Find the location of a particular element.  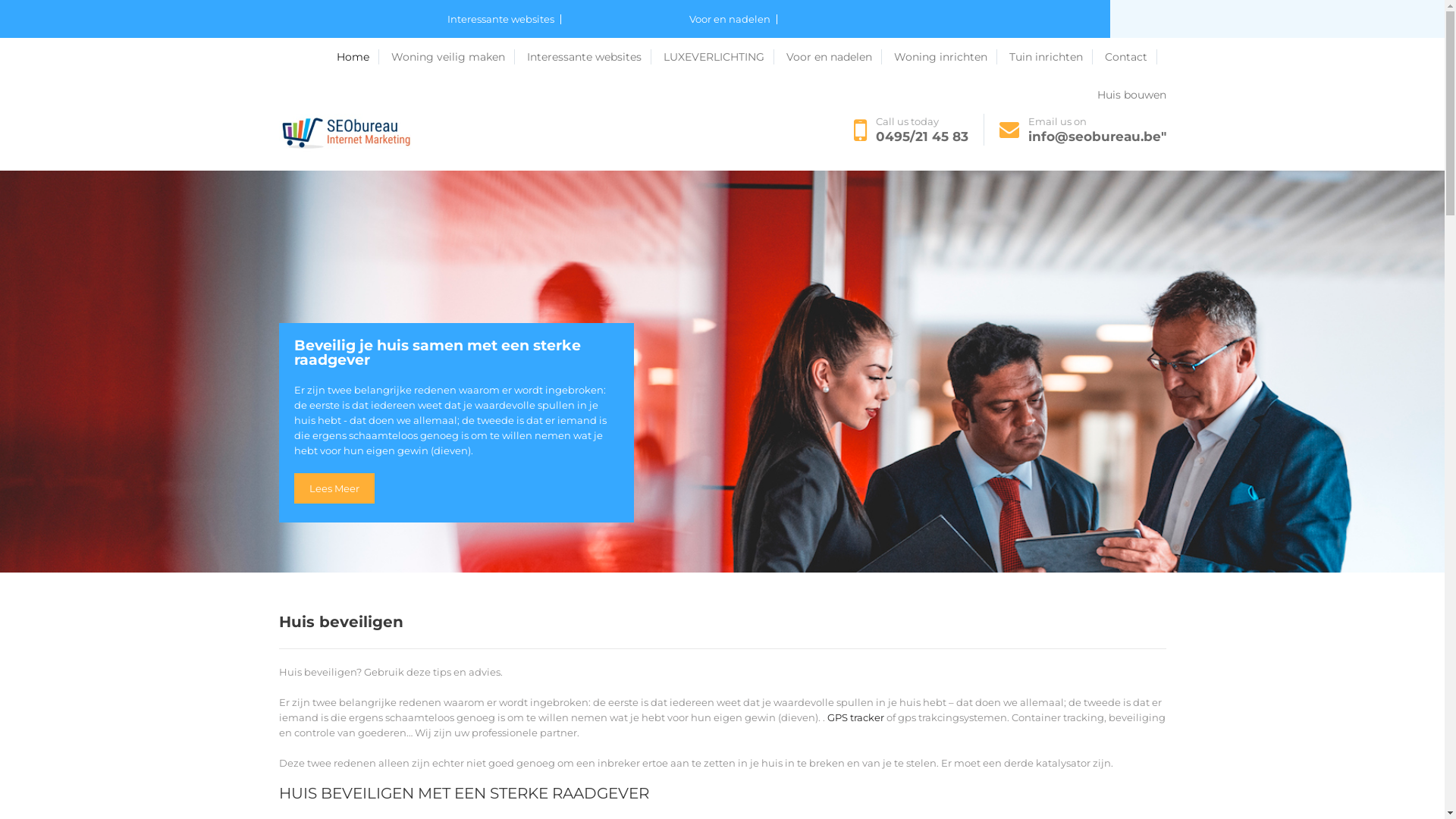

'Lees Meer' is located at coordinates (334, 488).